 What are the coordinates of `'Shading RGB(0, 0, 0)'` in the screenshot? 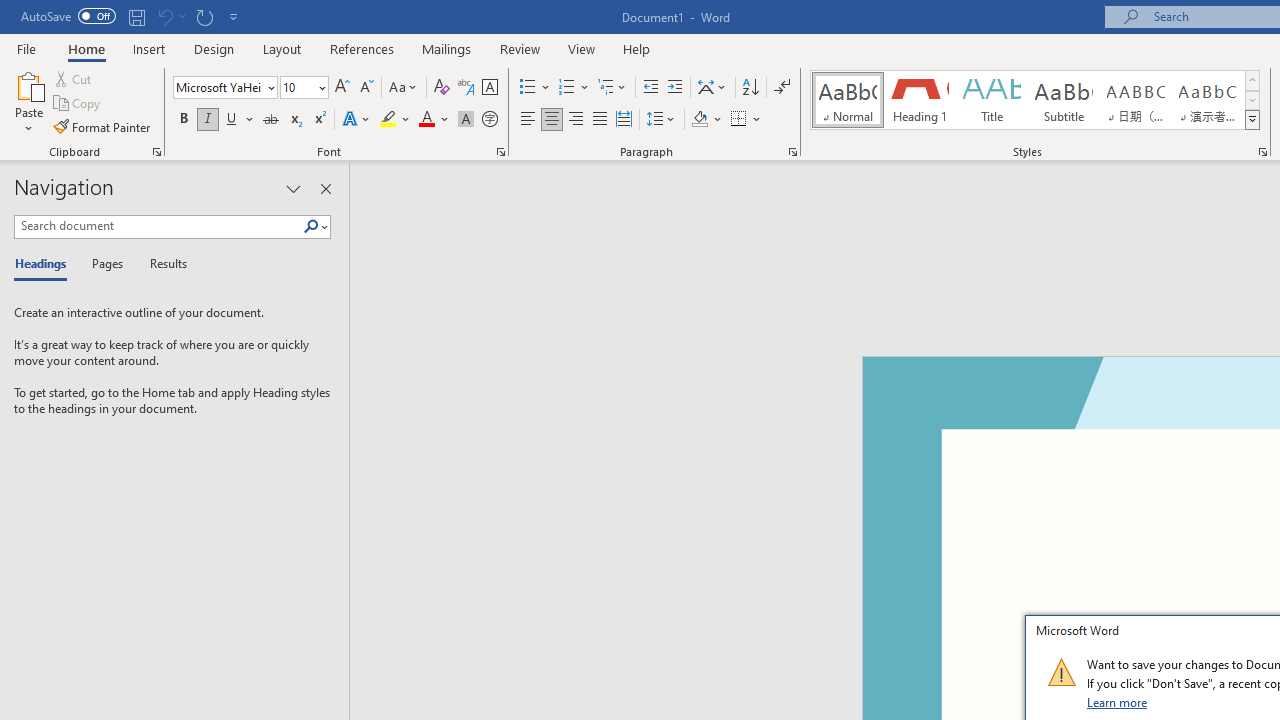 It's located at (699, 119).